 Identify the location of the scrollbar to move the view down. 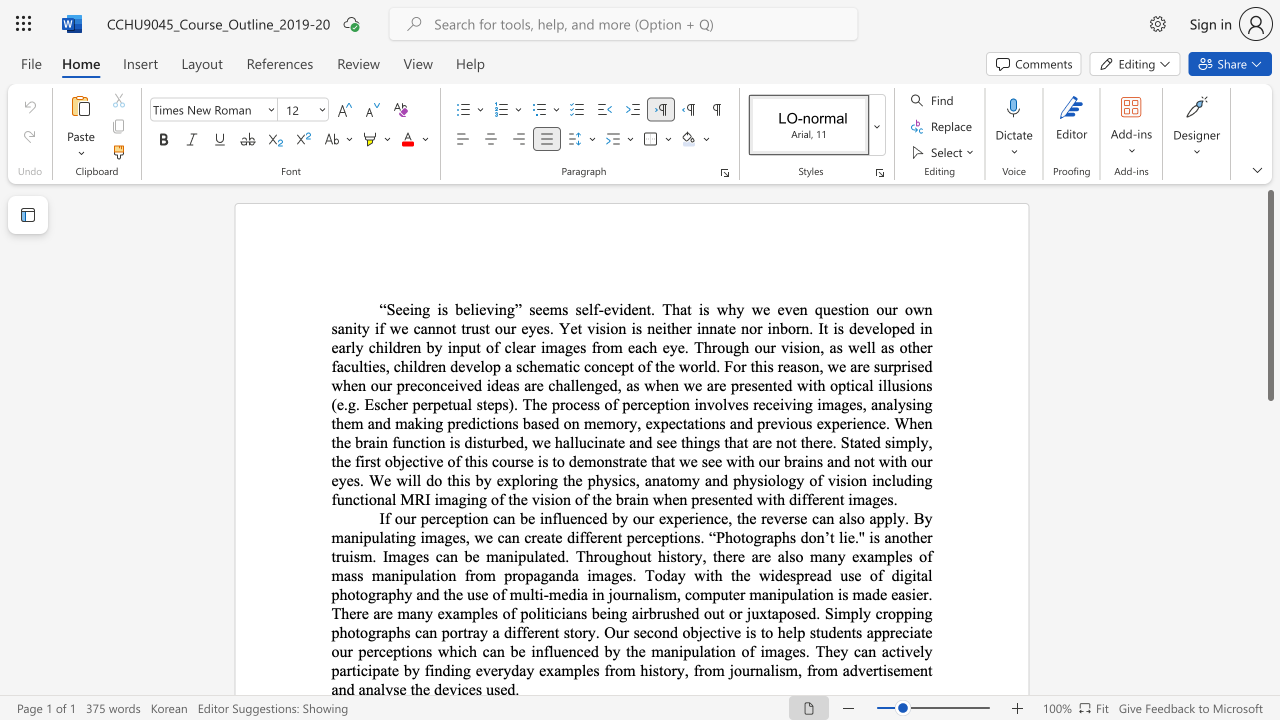
(1269, 630).